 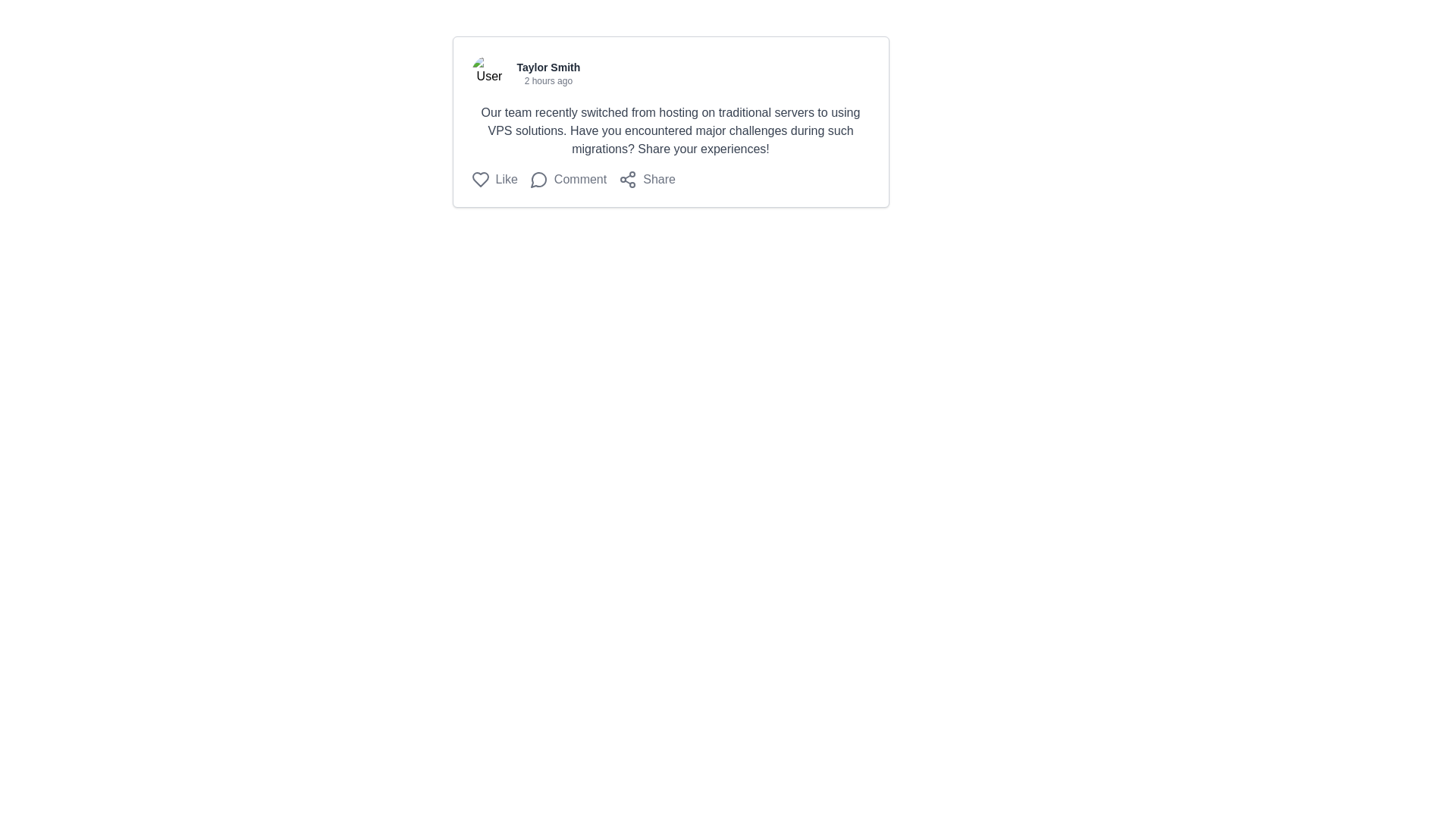 I want to click on the comment icon located to the left of the 'Comment' text in the lower portion of the card layout, so click(x=538, y=178).